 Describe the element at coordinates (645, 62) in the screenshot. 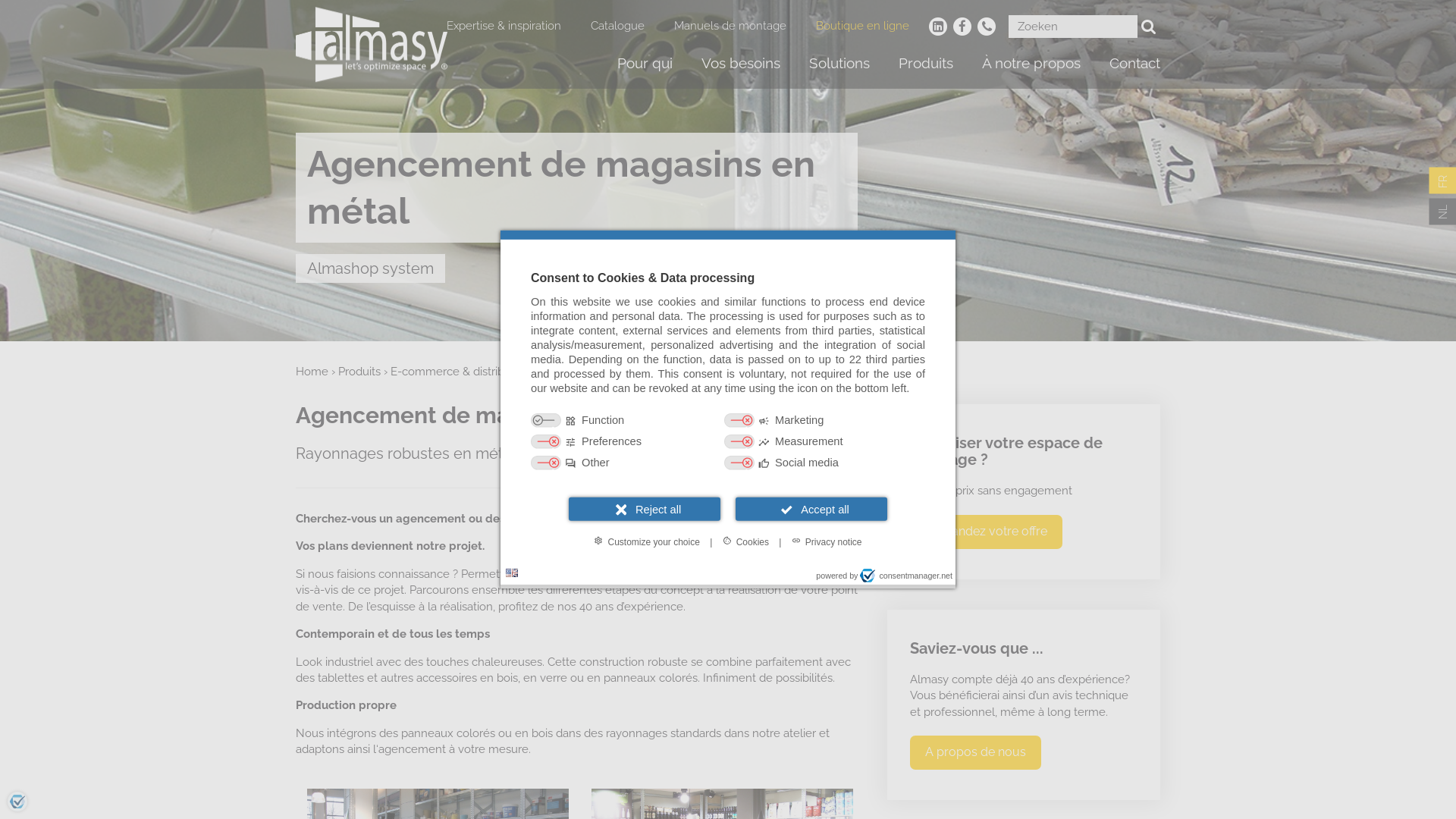

I see `'Pour qui'` at that location.